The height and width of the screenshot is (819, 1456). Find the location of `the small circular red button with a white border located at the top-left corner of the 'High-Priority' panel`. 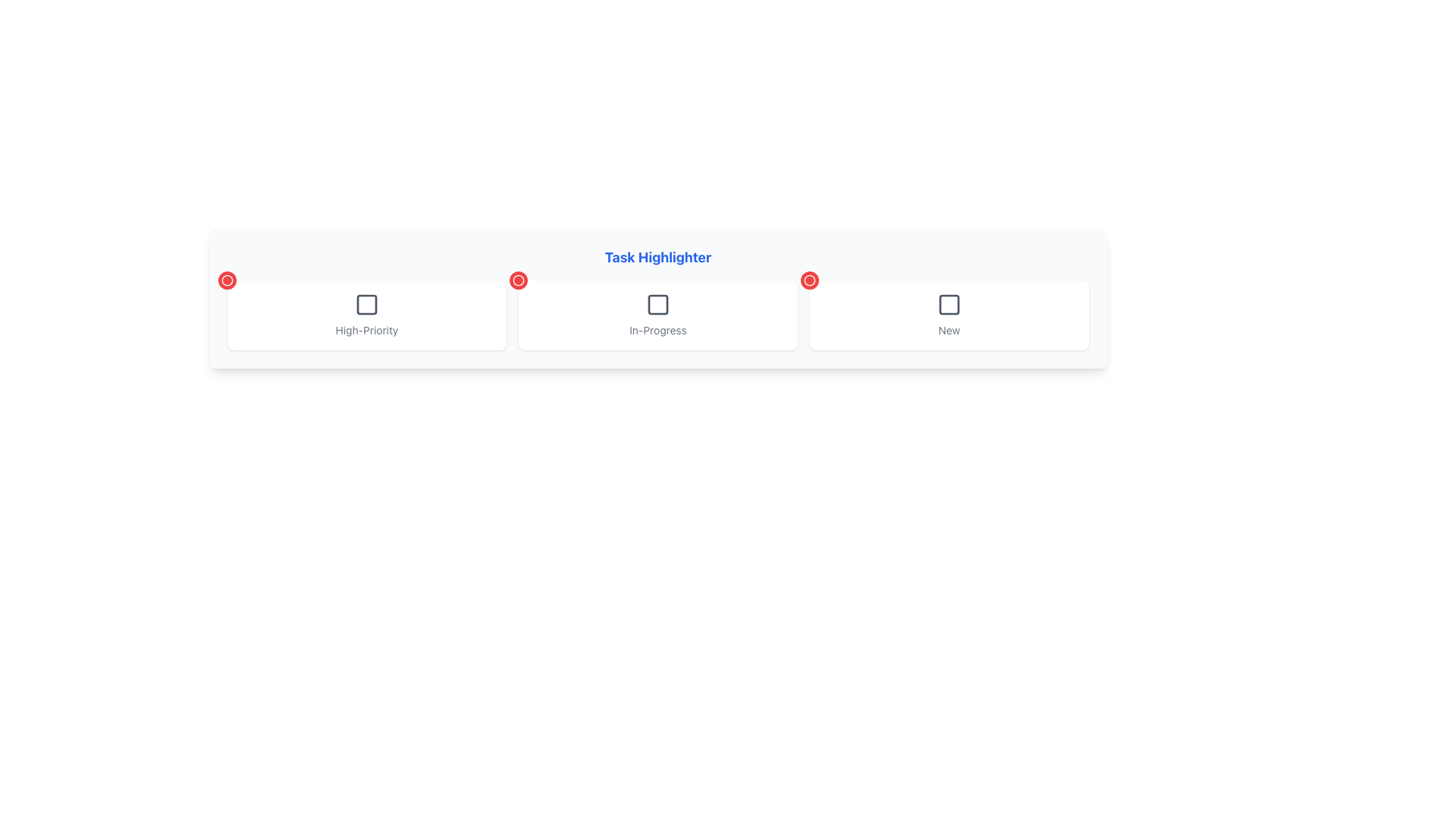

the small circular red button with a white border located at the top-left corner of the 'High-Priority' panel is located at coordinates (226, 281).